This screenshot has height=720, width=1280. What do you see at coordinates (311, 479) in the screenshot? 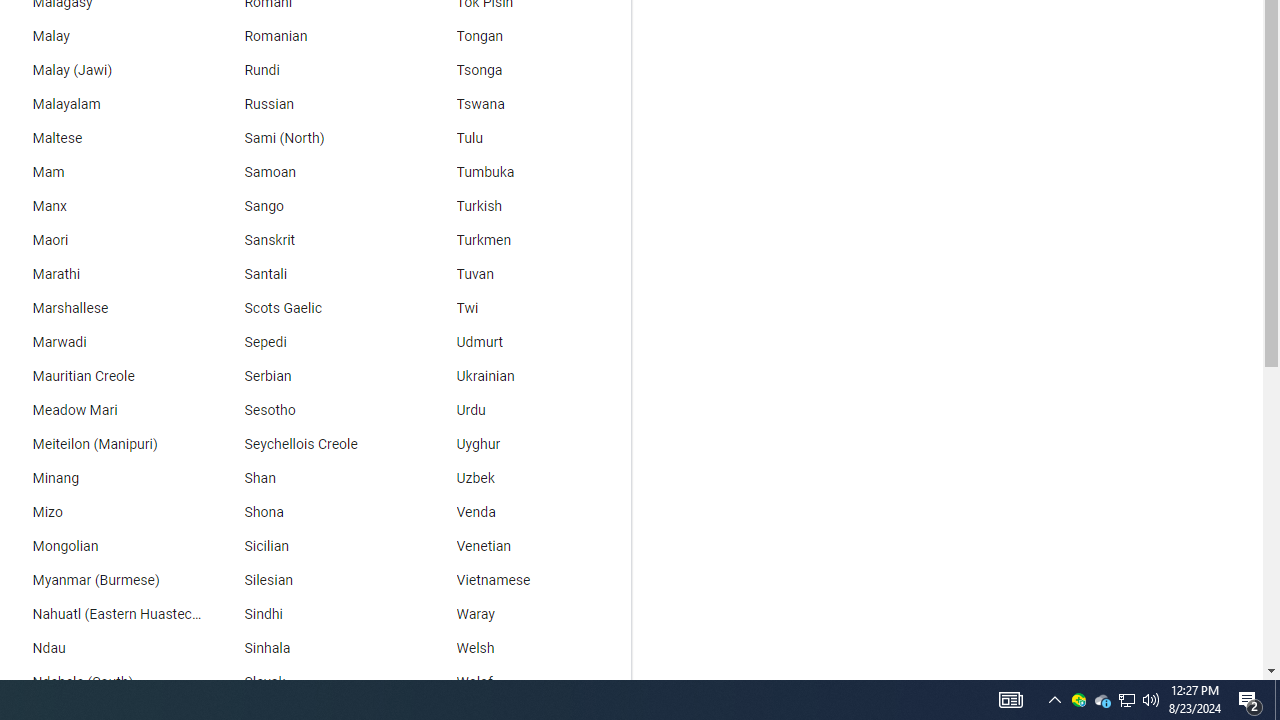
I see `'Shan'` at bounding box center [311, 479].